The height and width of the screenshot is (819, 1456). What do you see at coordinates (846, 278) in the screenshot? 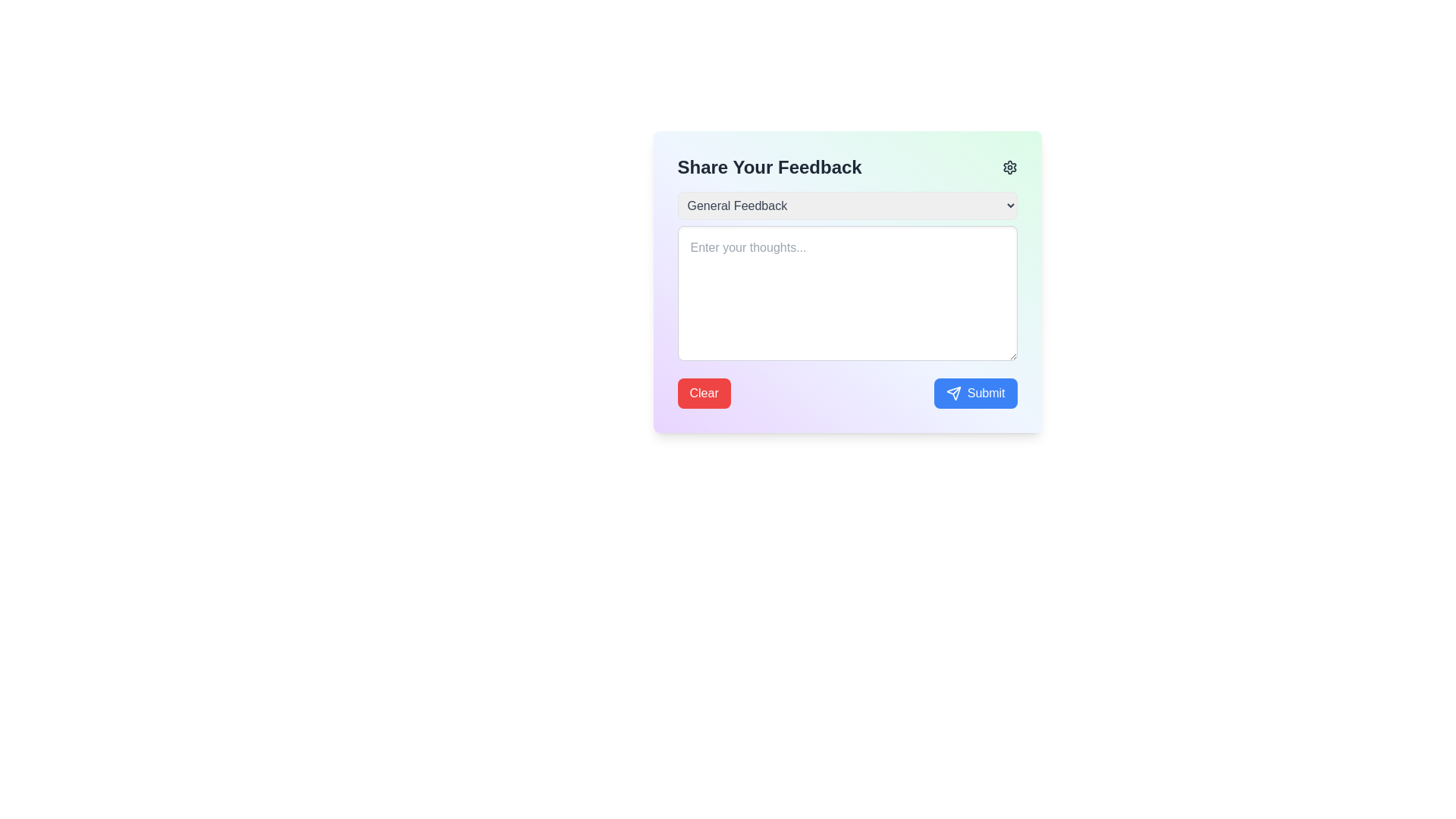
I see `the dropdown selector of the combination input field that displays 'General Feedback'` at bounding box center [846, 278].